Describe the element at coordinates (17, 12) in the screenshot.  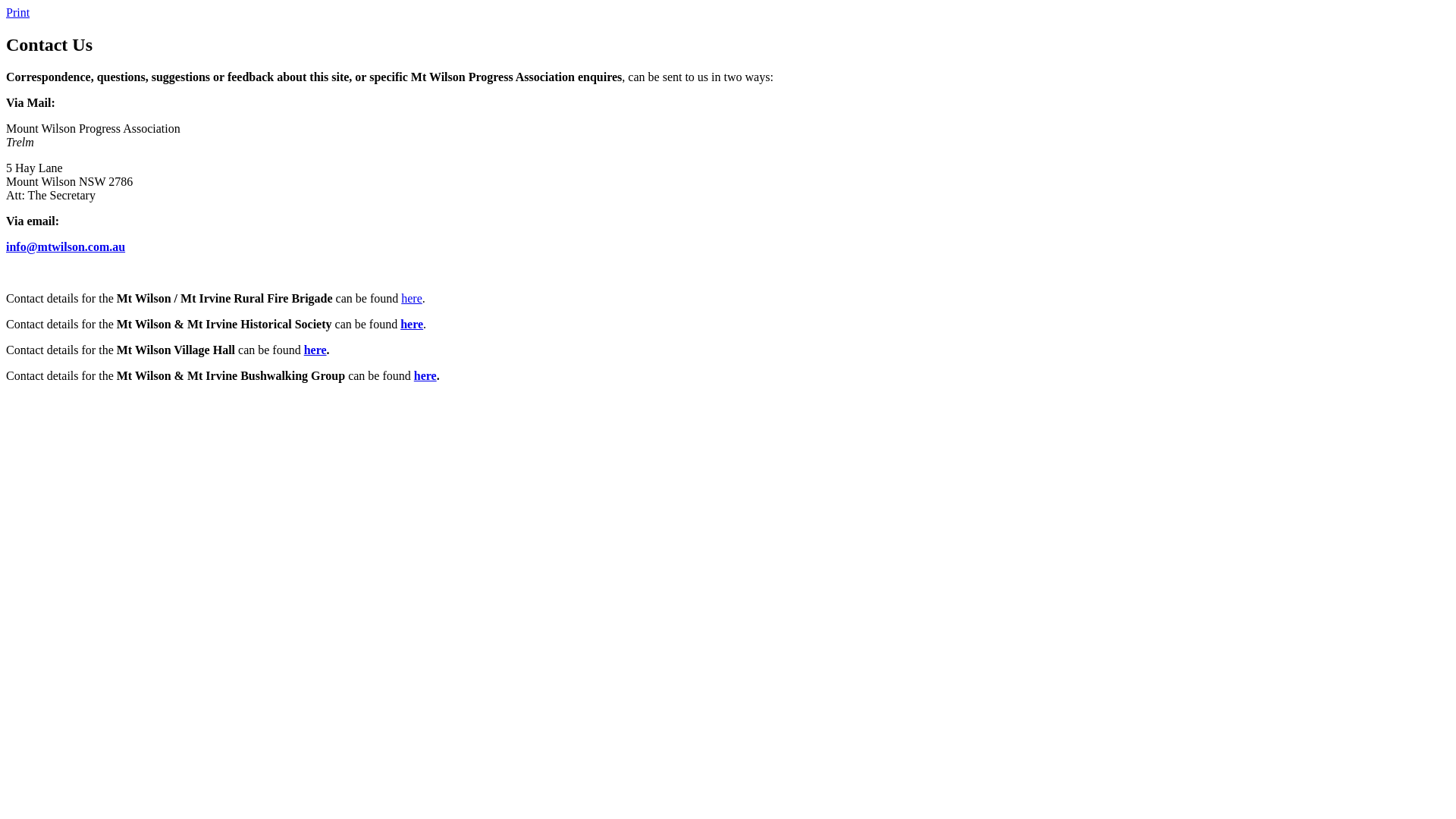
I see `'Print'` at that location.